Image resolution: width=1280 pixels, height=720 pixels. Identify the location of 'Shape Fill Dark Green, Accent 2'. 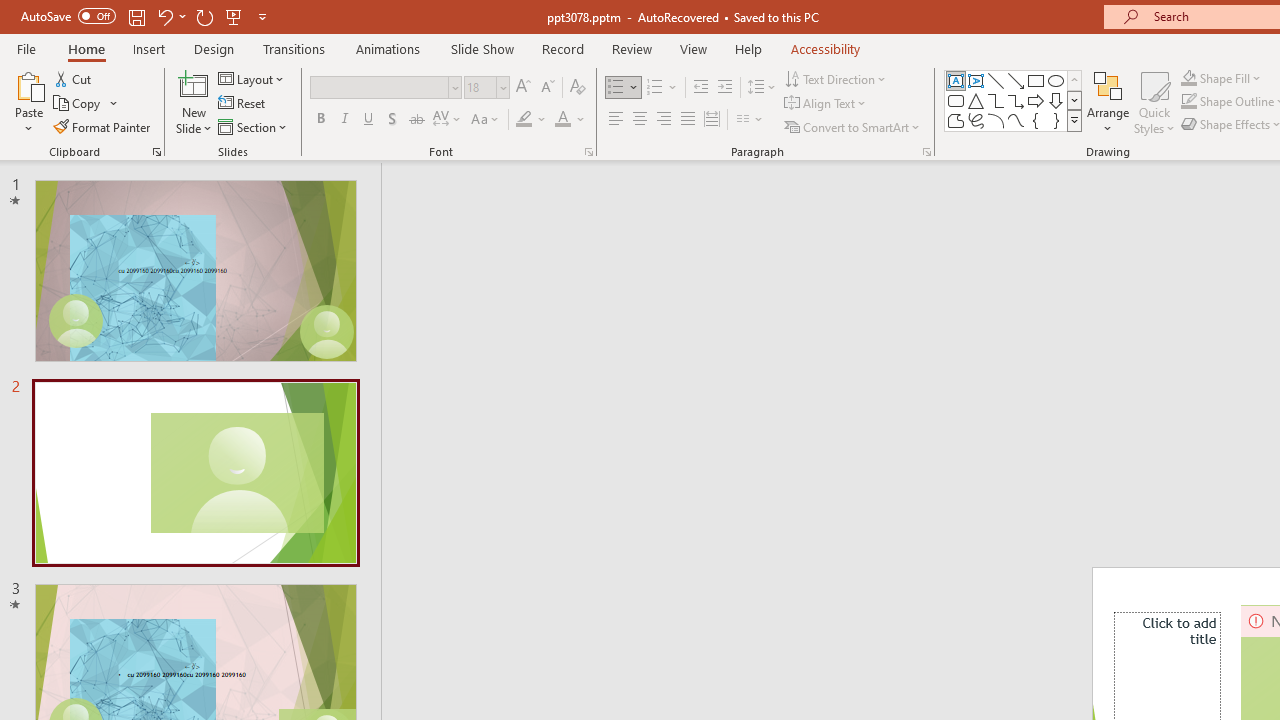
(1189, 77).